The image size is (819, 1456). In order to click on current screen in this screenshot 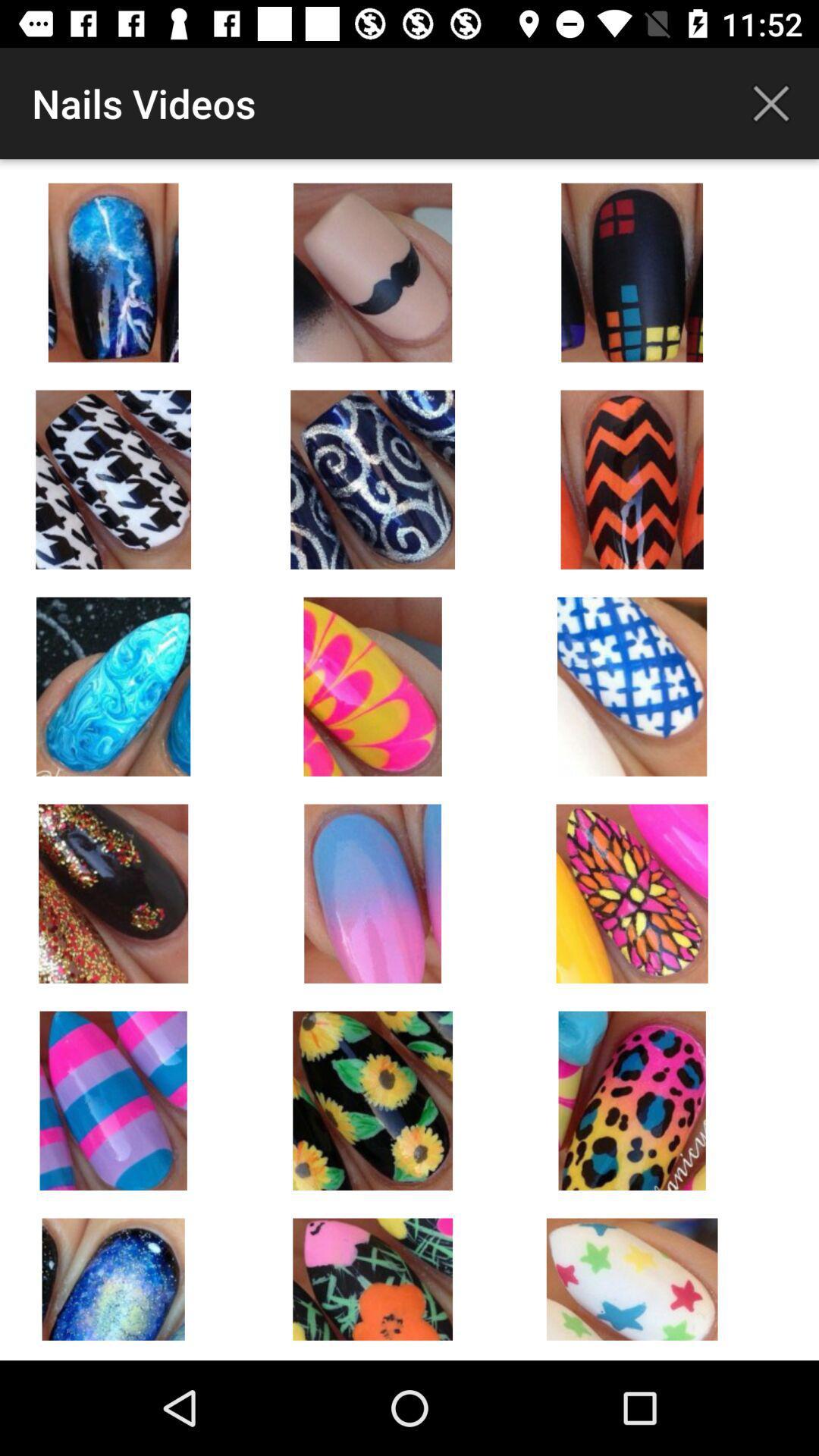, I will do `click(771, 102)`.